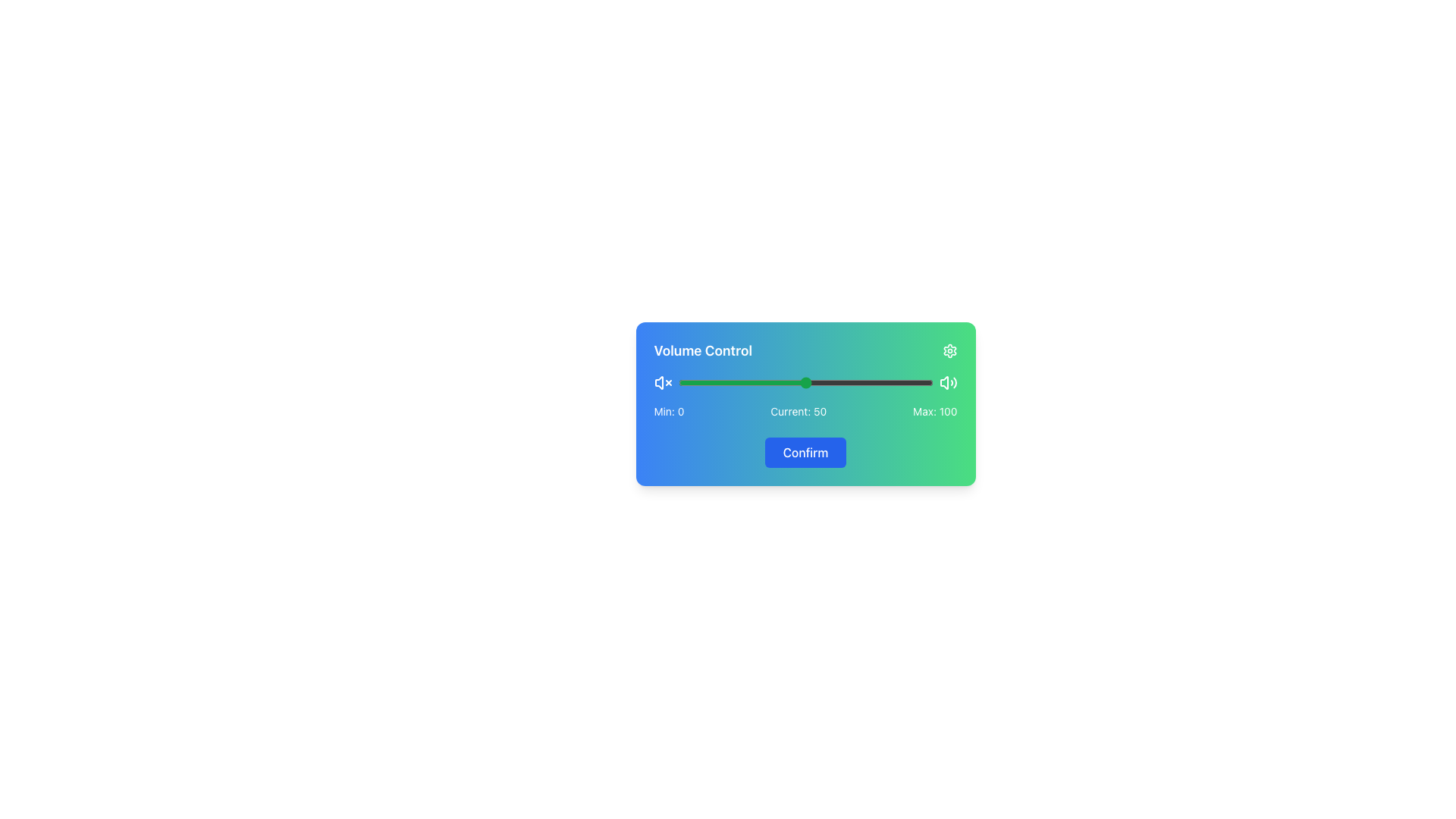 This screenshot has width=1456, height=819. Describe the element at coordinates (922, 382) in the screenshot. I see `the volume slider` at that location.